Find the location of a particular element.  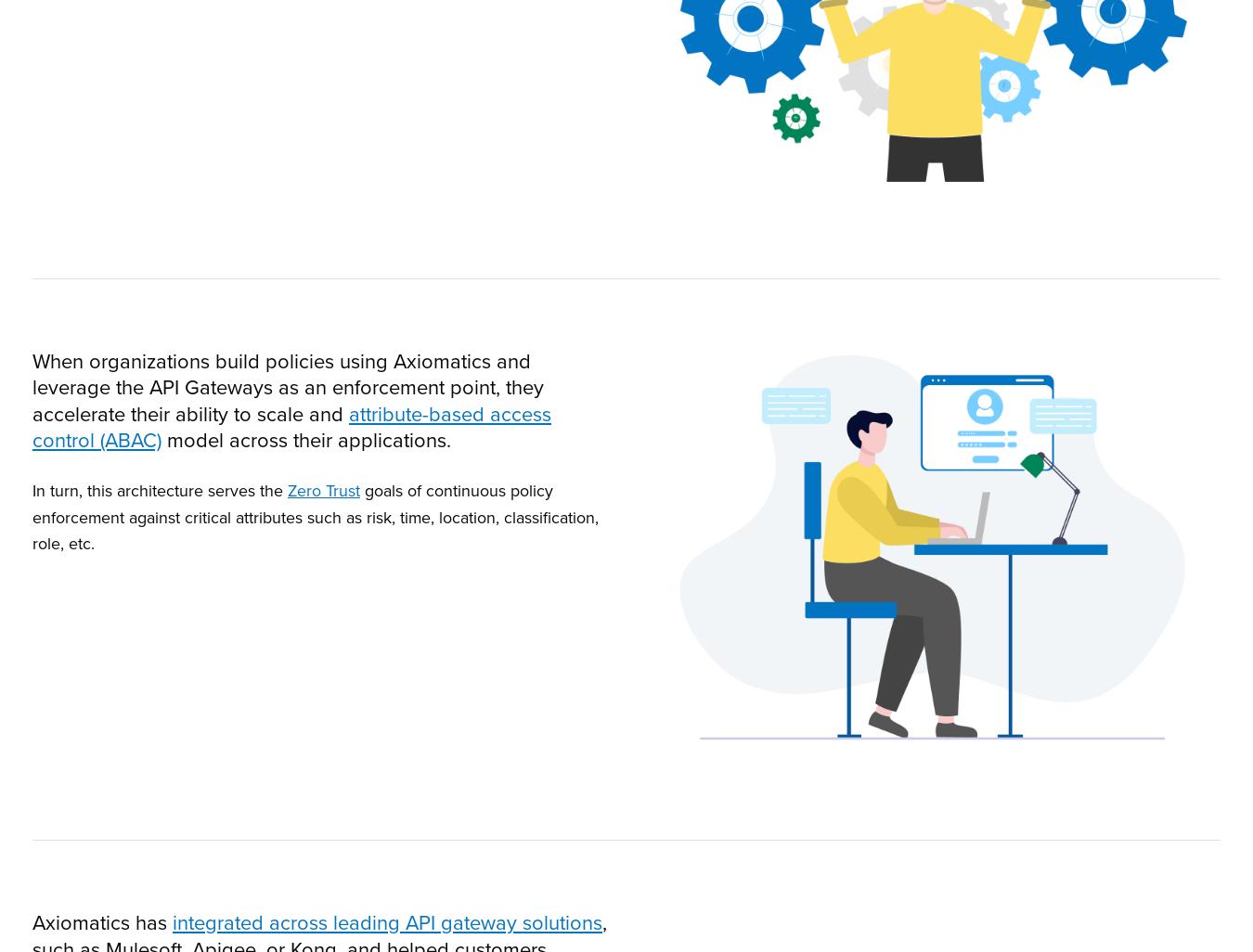

'Flexible, scalable, policy management for enterprise' is located at coordinates (242, 421).